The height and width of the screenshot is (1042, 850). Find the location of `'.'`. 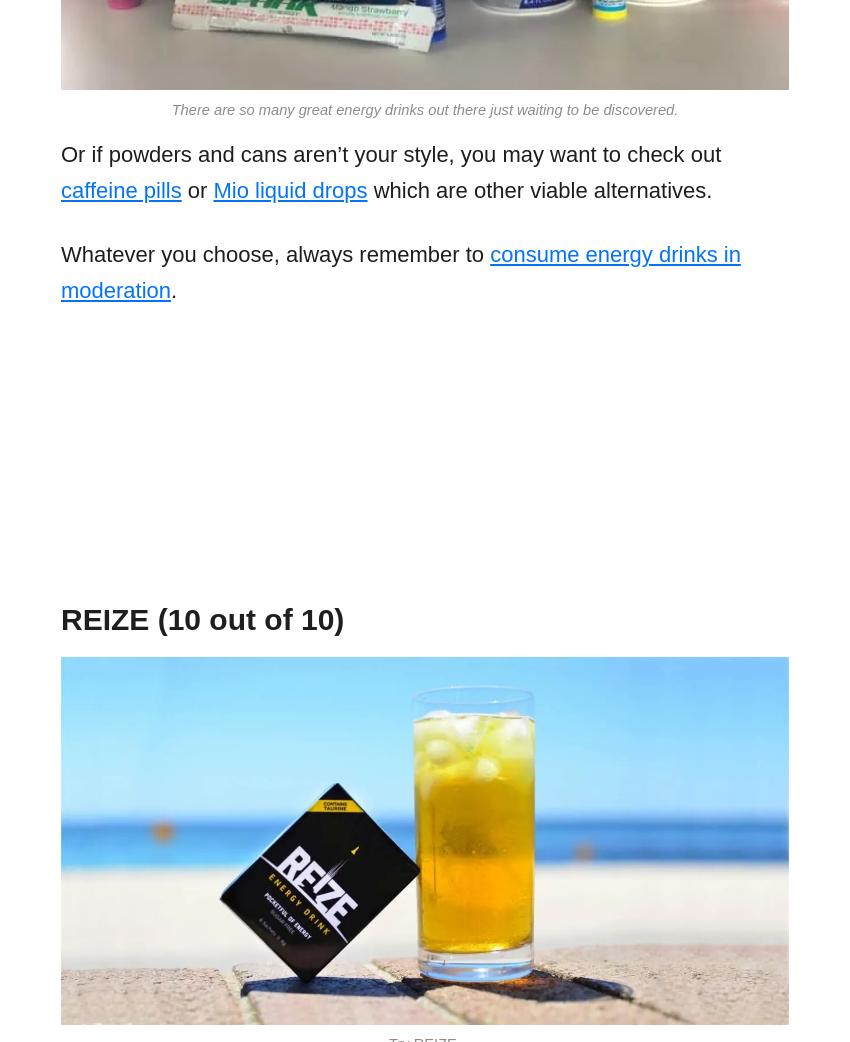

'.' is located at coordinates (172, 289).